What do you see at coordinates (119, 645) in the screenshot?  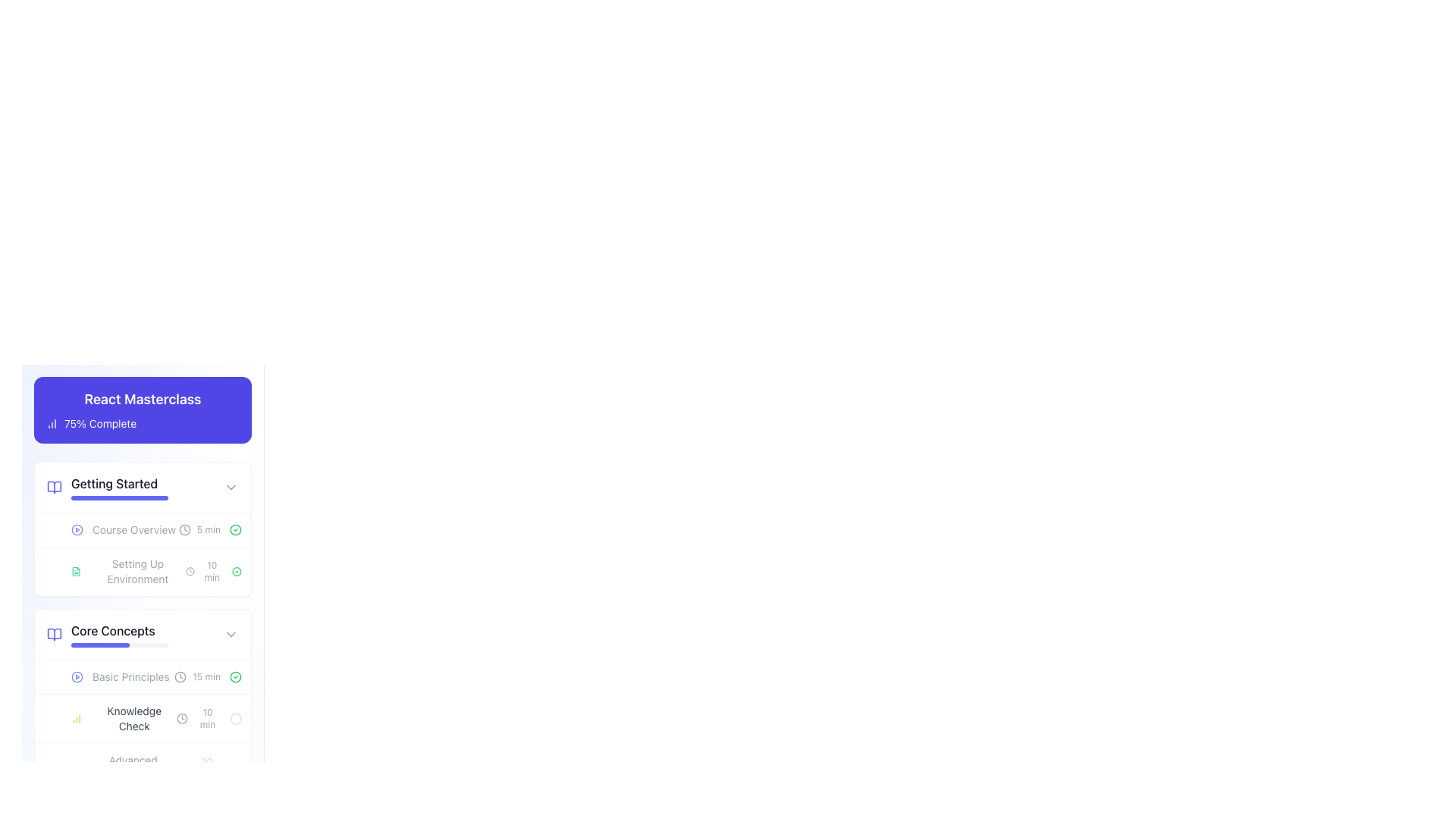 I see `the horizontal progress bar located below the 'Core Concepts' title, which has a light gray background and an indigo filled section indicating progress` at bounding box center [119, 645].